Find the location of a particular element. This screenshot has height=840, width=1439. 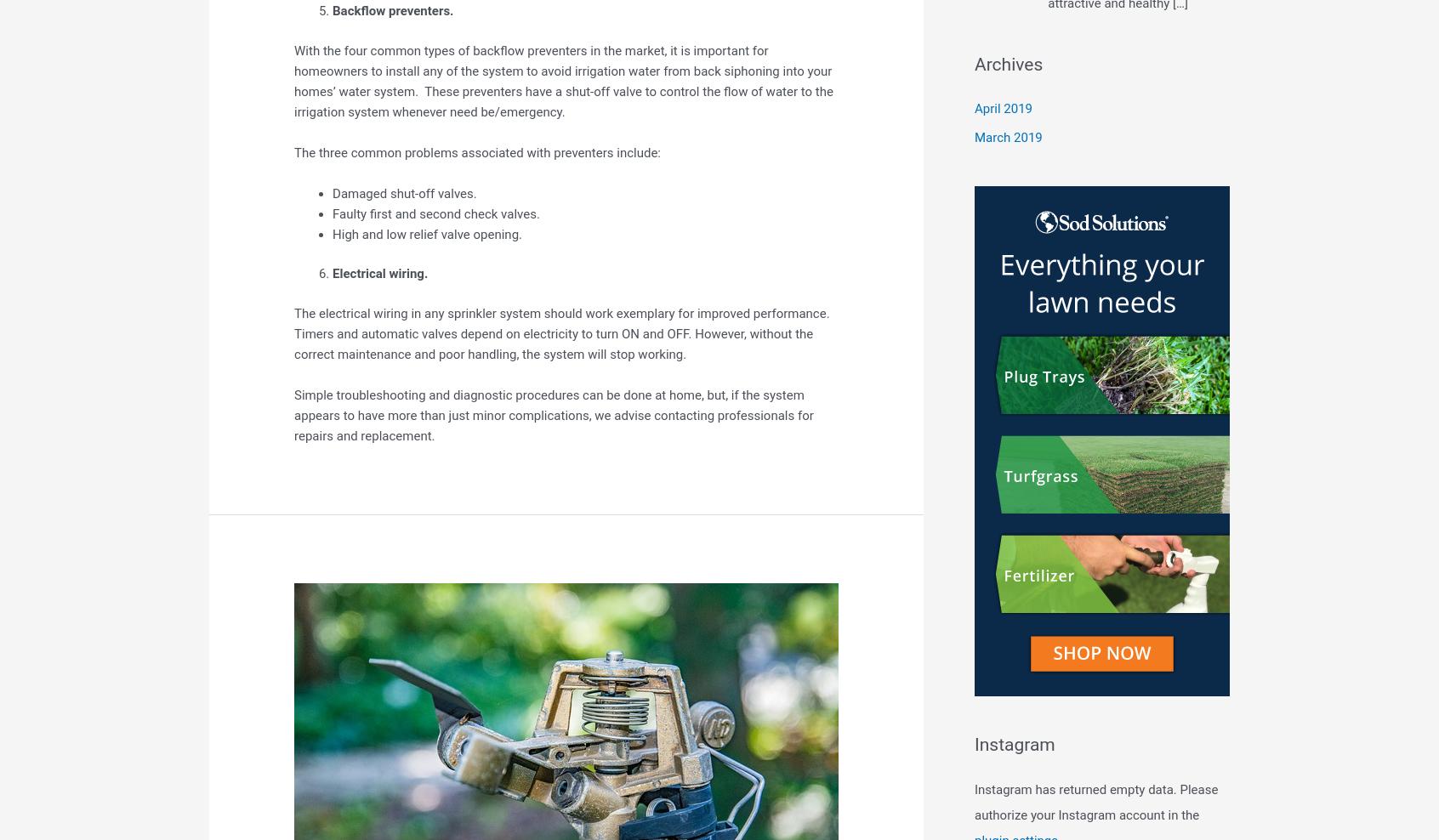

'With the four common types of backflow preventers in the market, it is important for homeowners to install any of the system to avoid irrigation water from back siphoning into your homes’ water system.  These preventers have a shut-off valve to control the flow of water to the irrigation system whenever need be/emergency.' is located at coordinates (293, 81).